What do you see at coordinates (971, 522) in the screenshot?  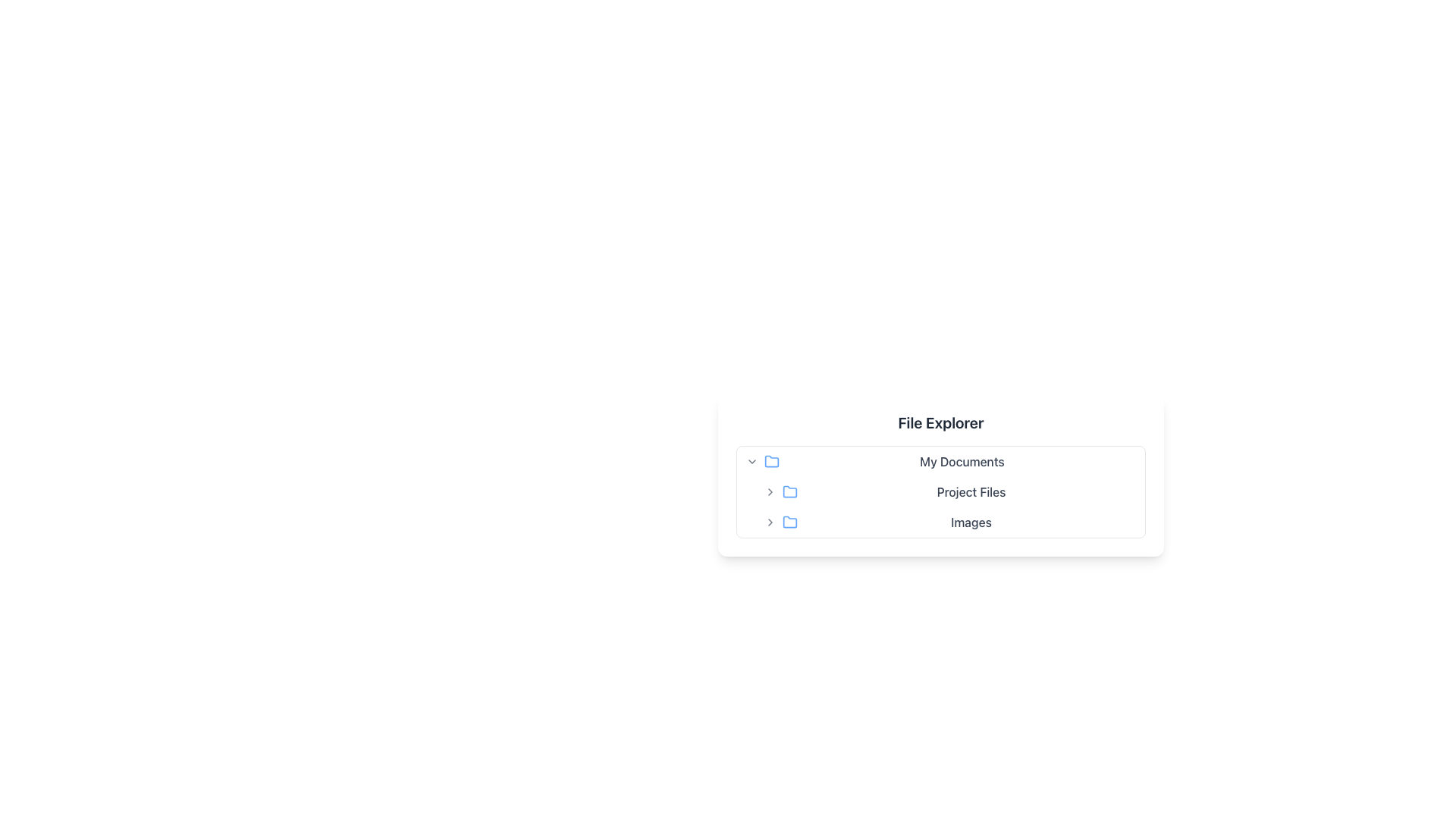 I see `the 'Images' label, which is a textual representation of a navigation item in the file explorer view, positioned to the right of a folder icon` at bounding box center [971, 522].